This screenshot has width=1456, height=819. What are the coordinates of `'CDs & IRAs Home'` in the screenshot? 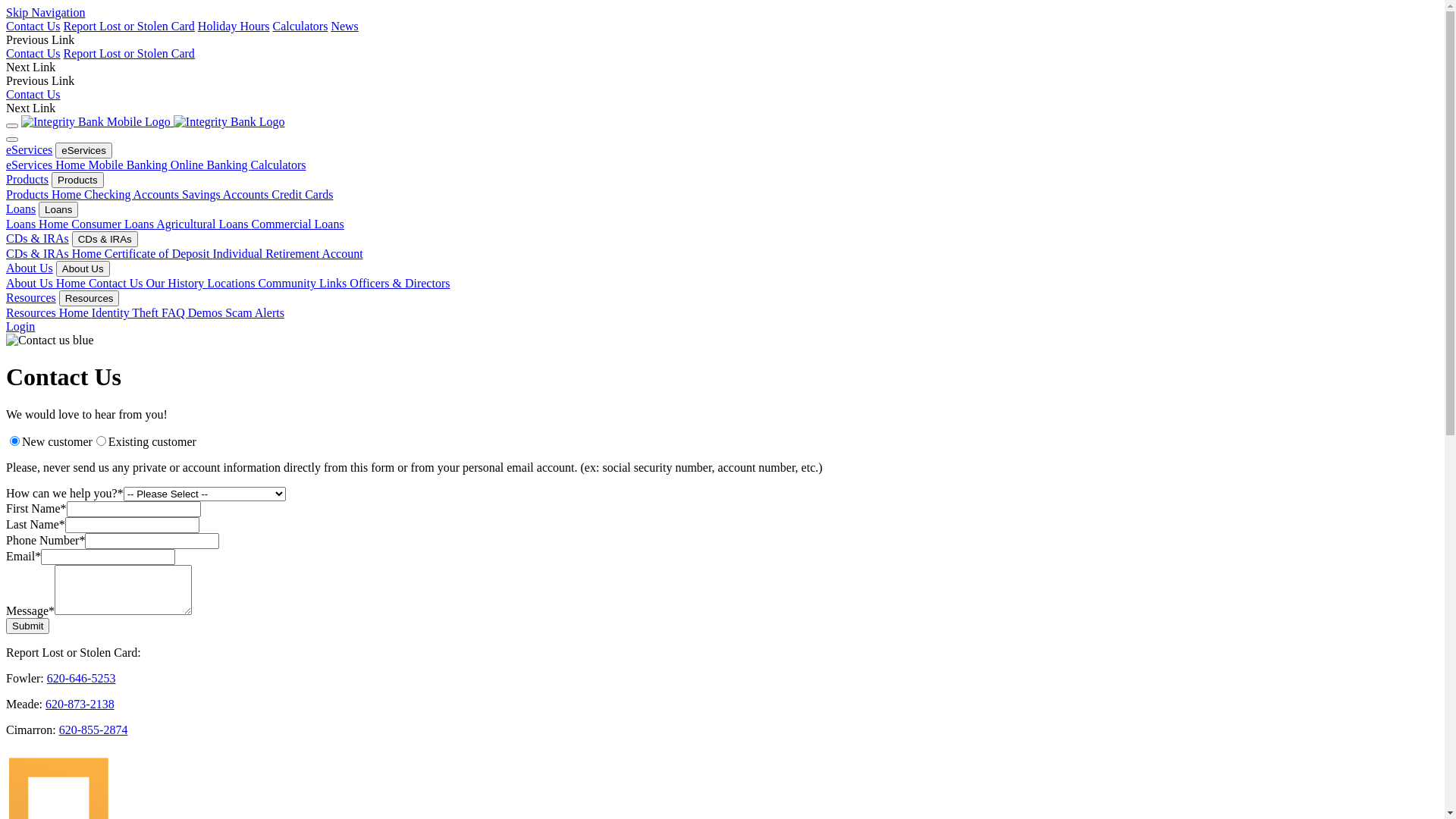 It's located at (55, 253).